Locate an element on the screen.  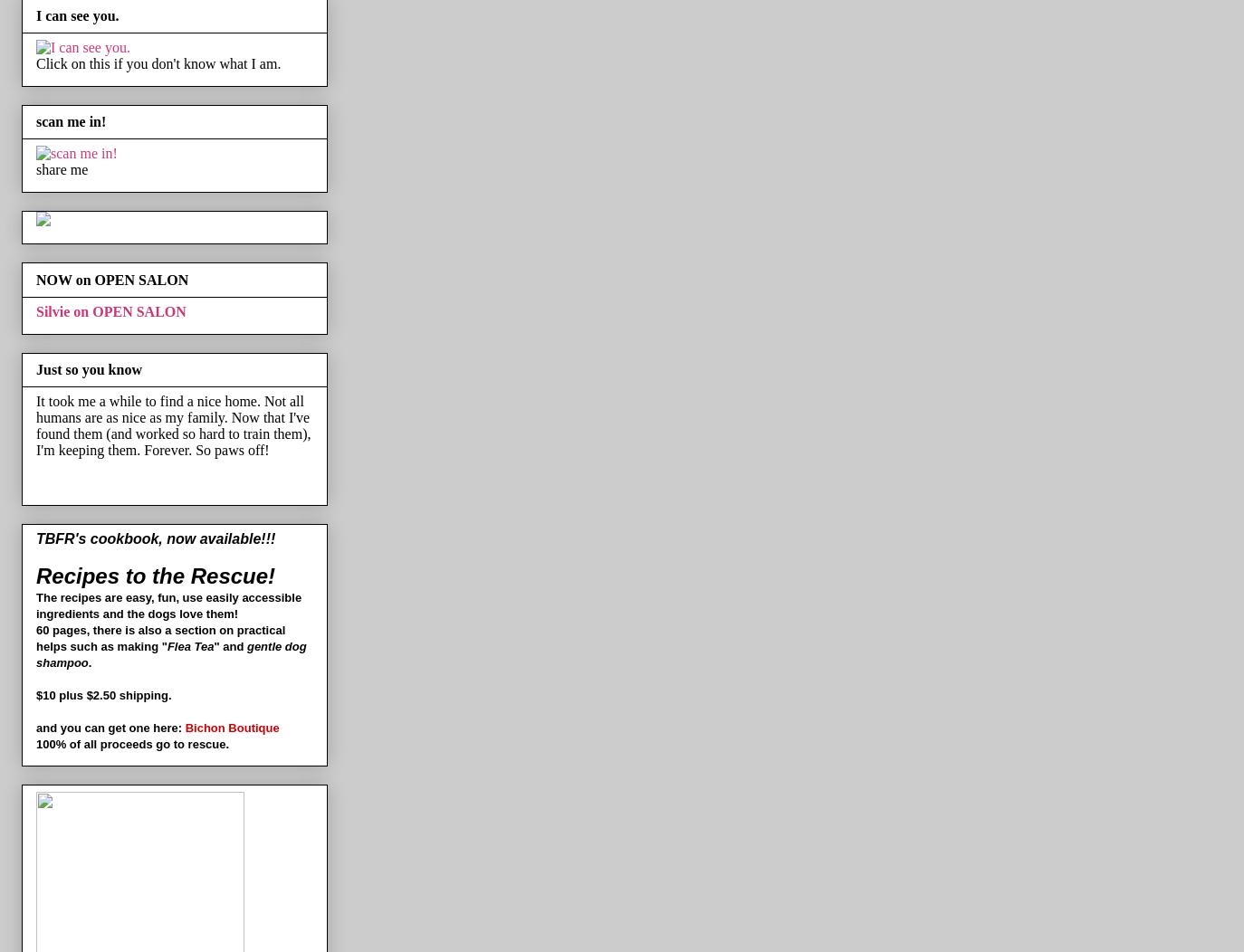
'$10 plus $2.50 shipping.' is located at coordinates (102, 694).